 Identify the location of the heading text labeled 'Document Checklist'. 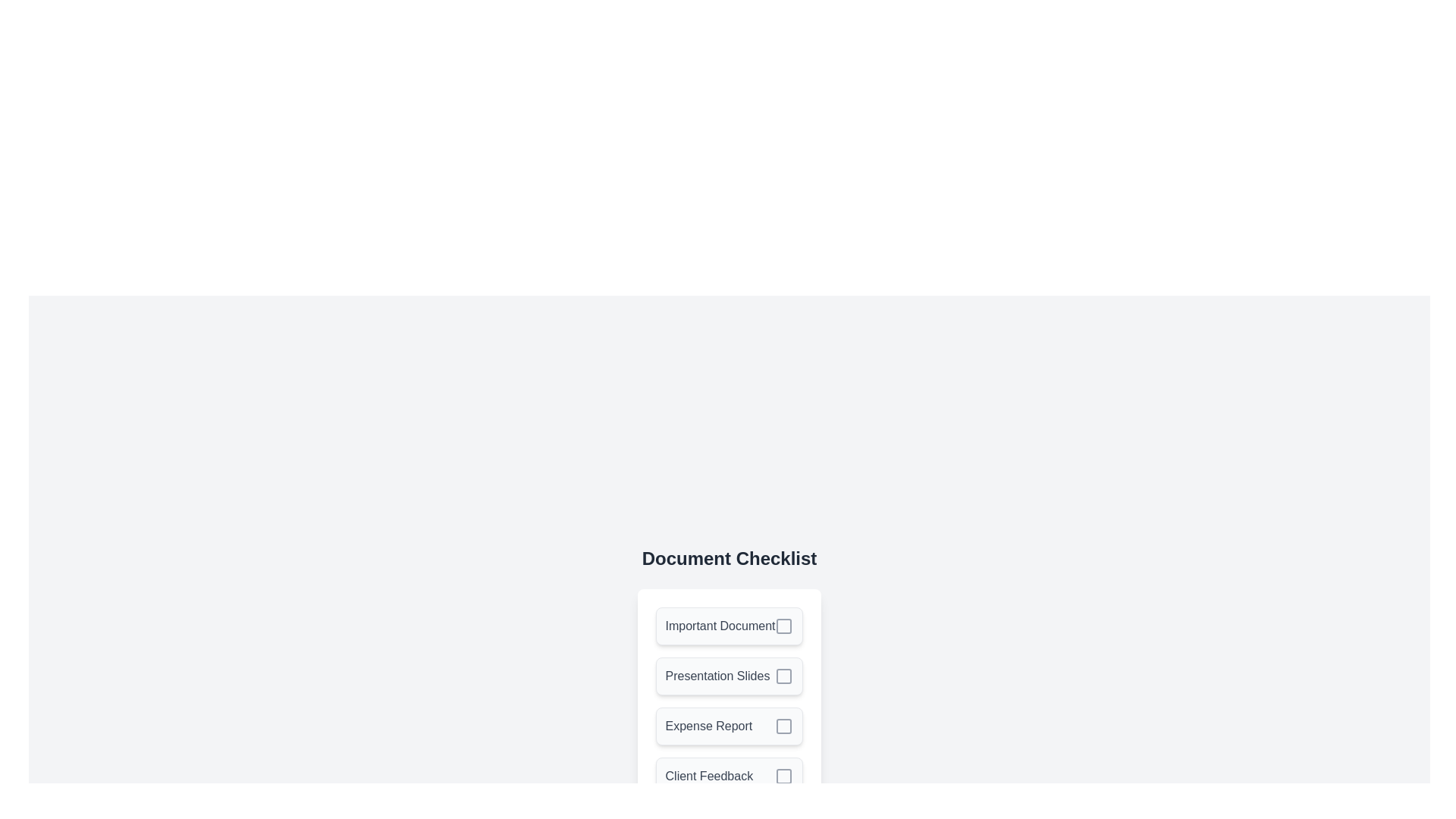
(729, 558).